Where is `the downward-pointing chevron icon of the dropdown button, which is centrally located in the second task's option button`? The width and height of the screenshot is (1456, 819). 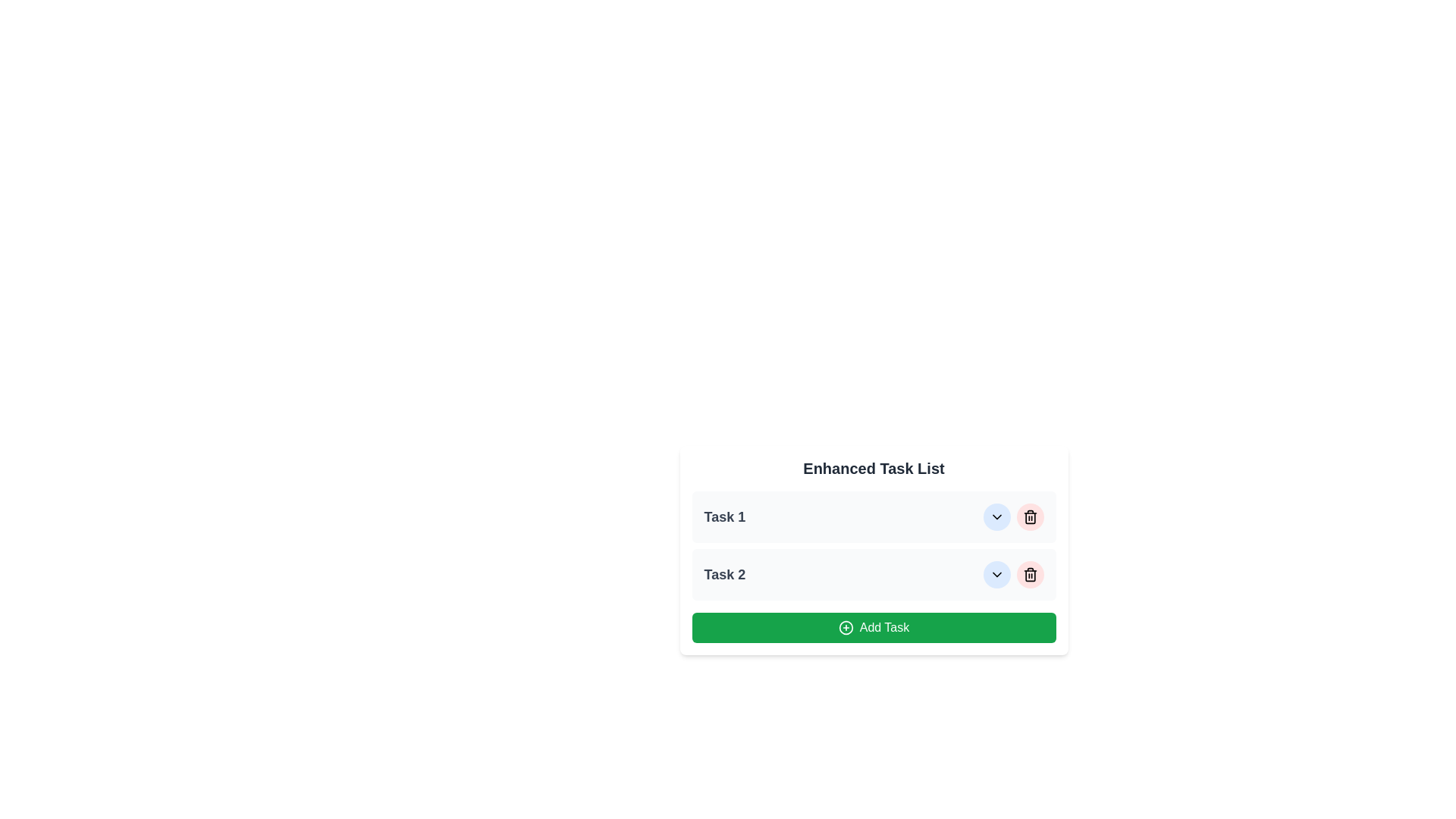 the downward-pointing chevron icon of the dropdown button, which is centrally located in the second task's option button is located at coordinates (996, 575).